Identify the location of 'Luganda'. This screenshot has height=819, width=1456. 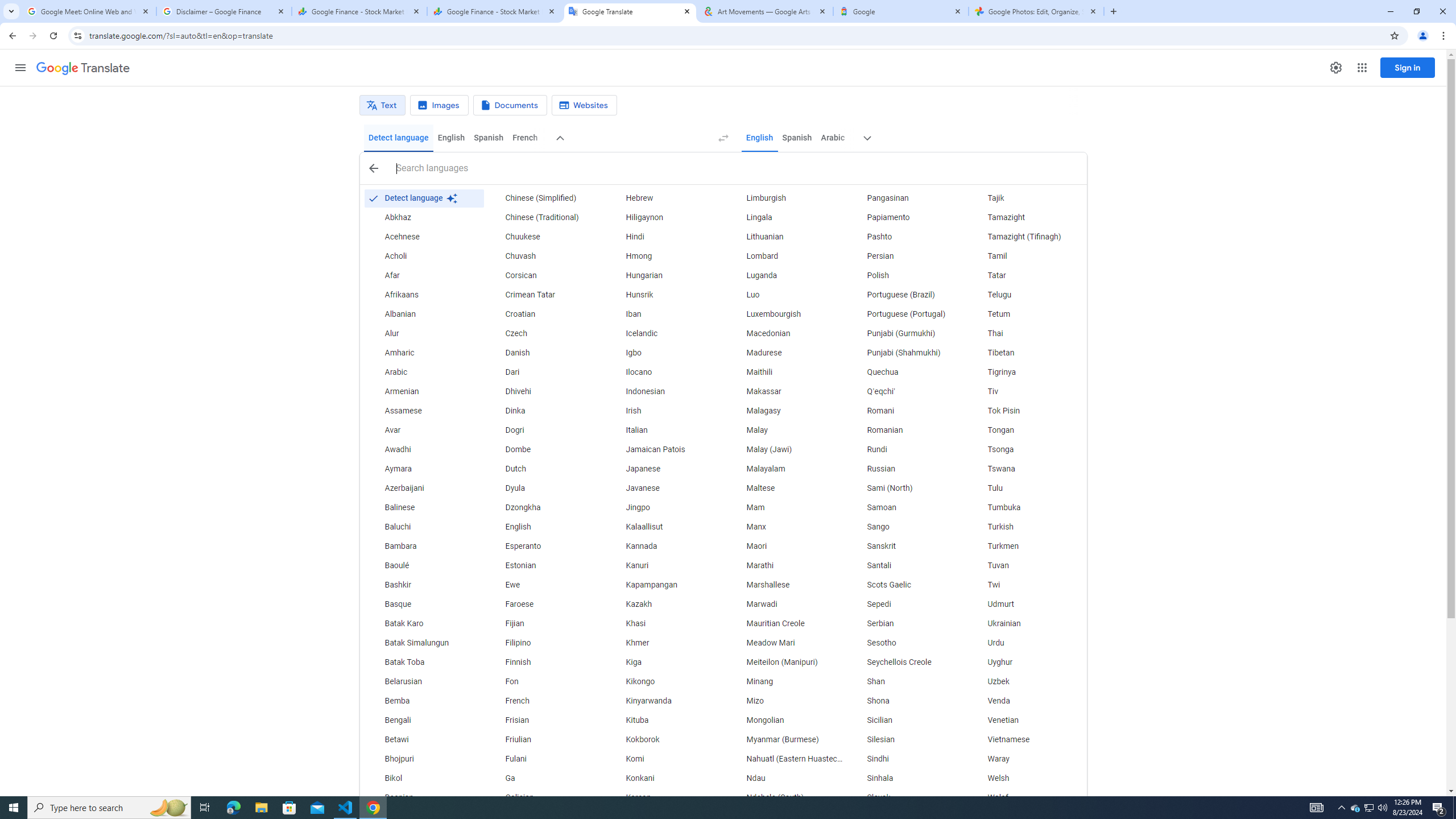
(785, 276).